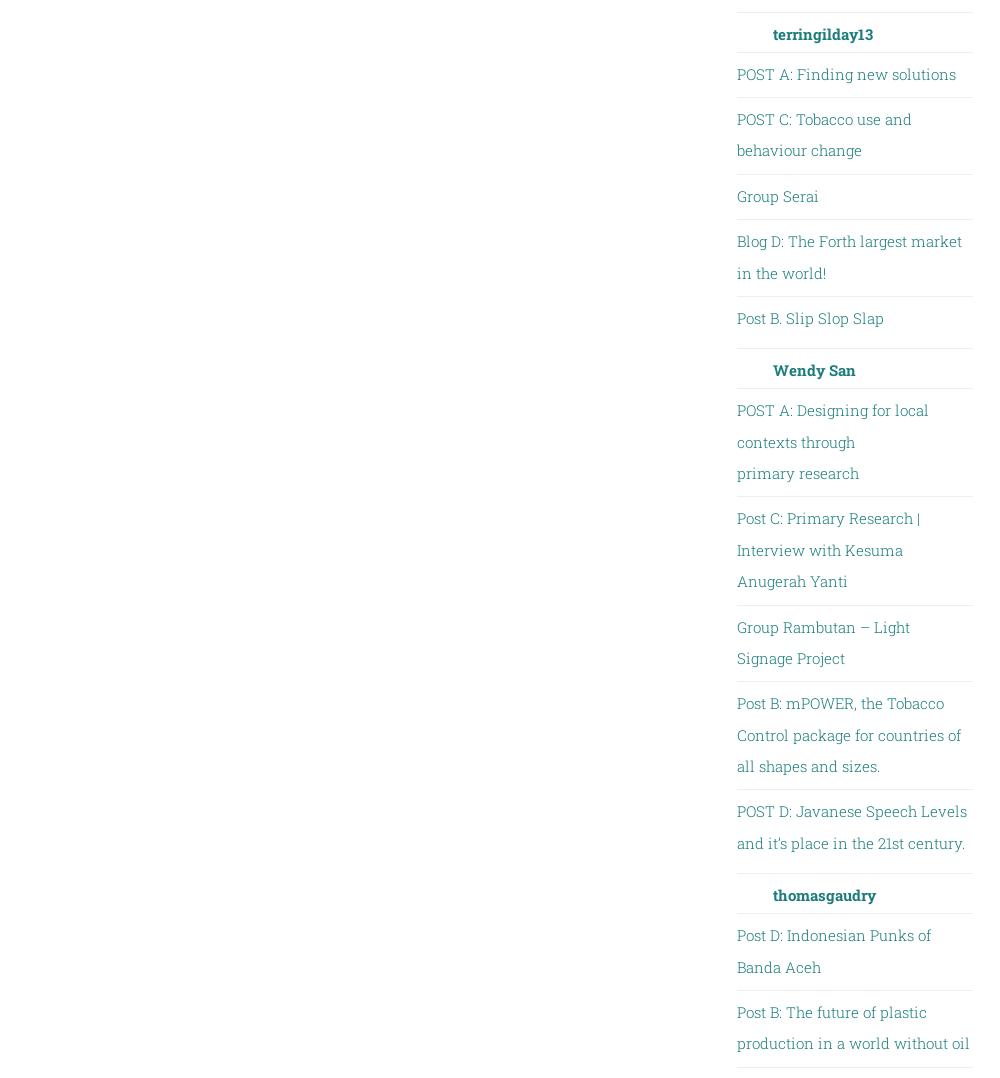 The height and width of the screenshot is (1078, 1000). Describe the element at coordinates (735, 316) in the screenshot. I see `'Post B. Slip Slop Slap'` at that location.